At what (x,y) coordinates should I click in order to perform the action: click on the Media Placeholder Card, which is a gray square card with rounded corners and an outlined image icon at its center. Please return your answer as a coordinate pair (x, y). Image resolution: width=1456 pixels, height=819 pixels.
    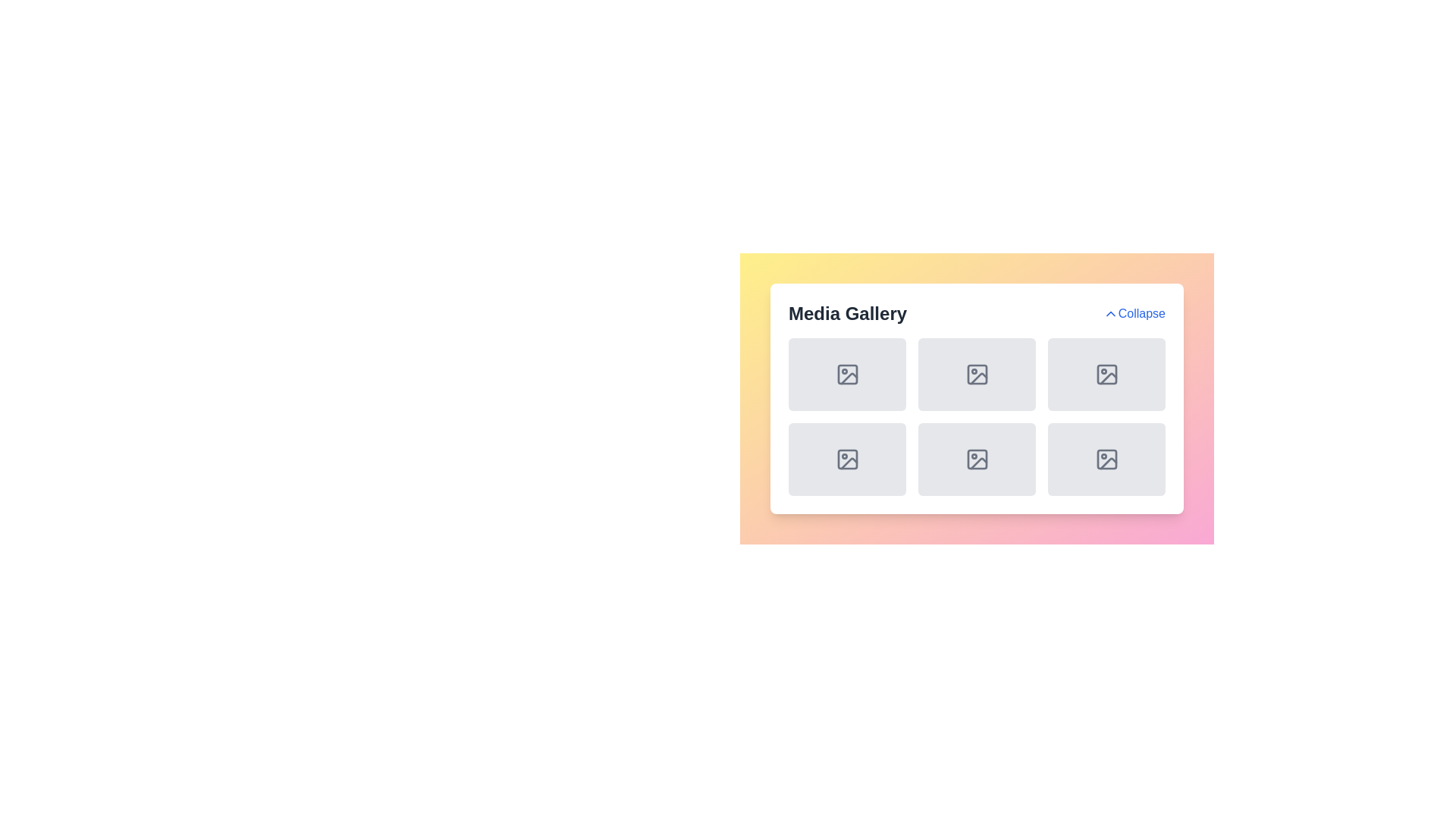
    Looking at the image, I should click on (977, 374).